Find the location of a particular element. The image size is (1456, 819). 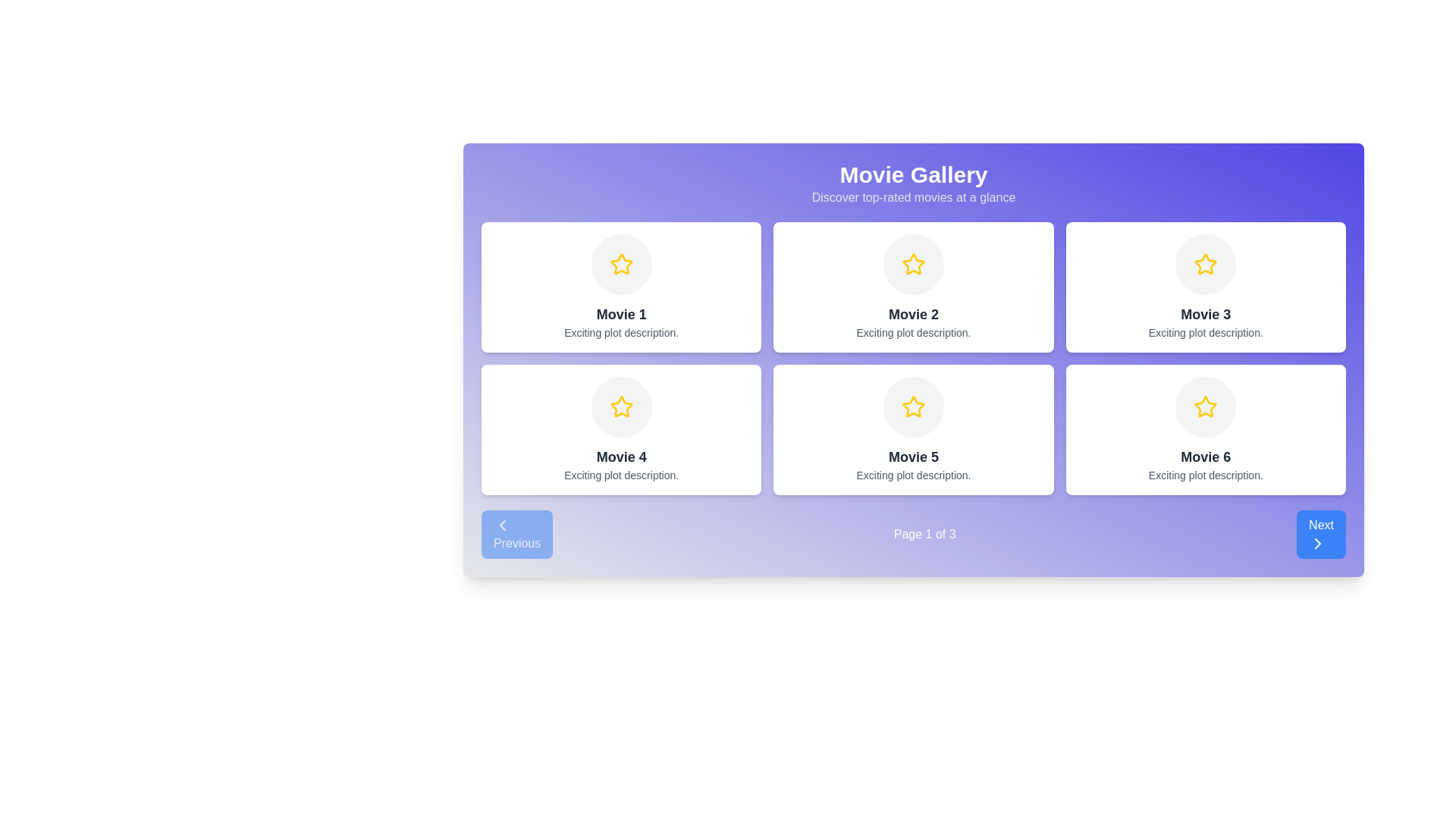

the text label located below the 'Movie 5' title, which is the fifth item in a 3x2 grid layout is located at coordinates (912, 475).